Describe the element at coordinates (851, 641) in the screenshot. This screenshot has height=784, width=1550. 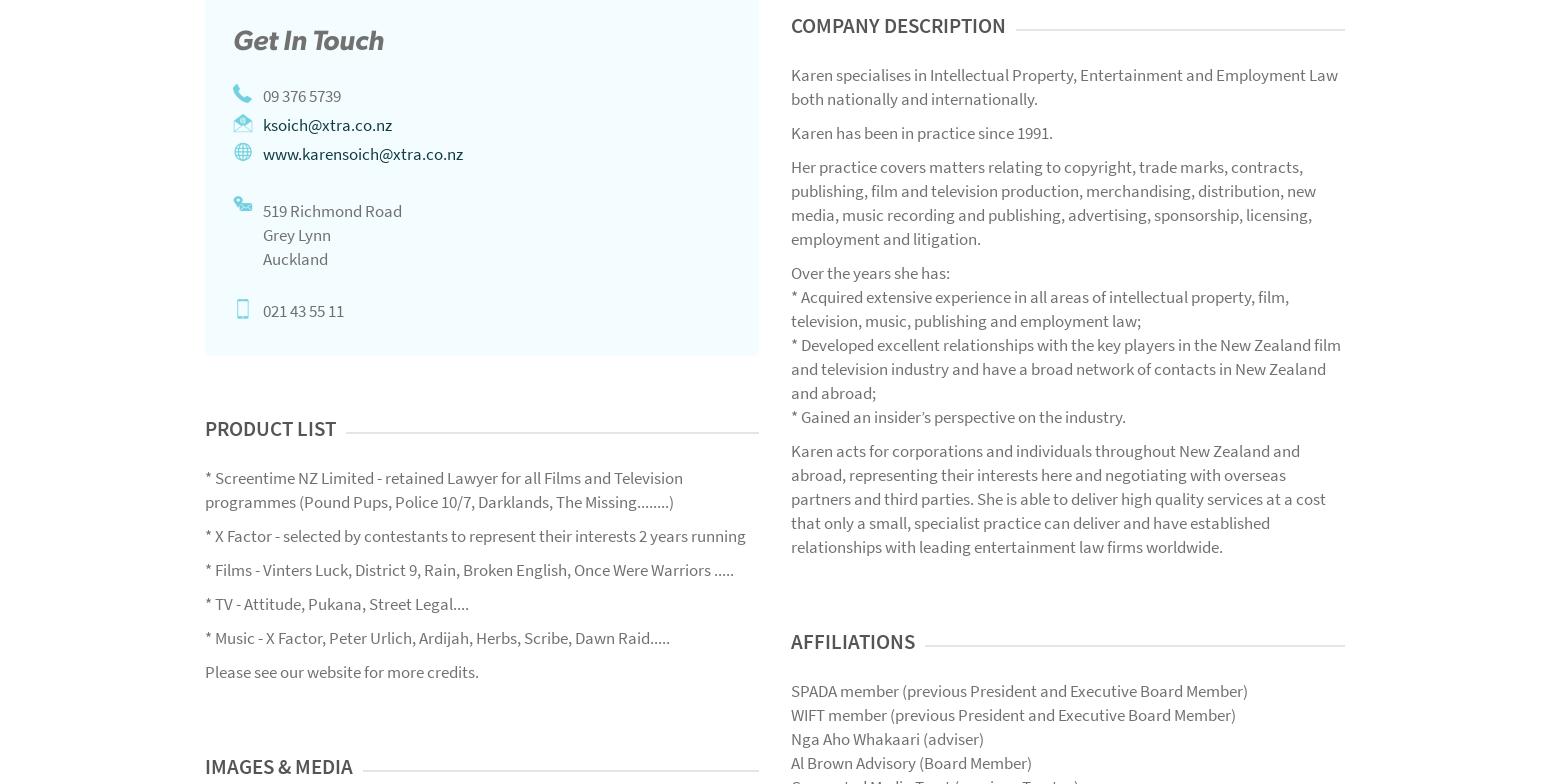
I see `'Affiliations'` at that location.